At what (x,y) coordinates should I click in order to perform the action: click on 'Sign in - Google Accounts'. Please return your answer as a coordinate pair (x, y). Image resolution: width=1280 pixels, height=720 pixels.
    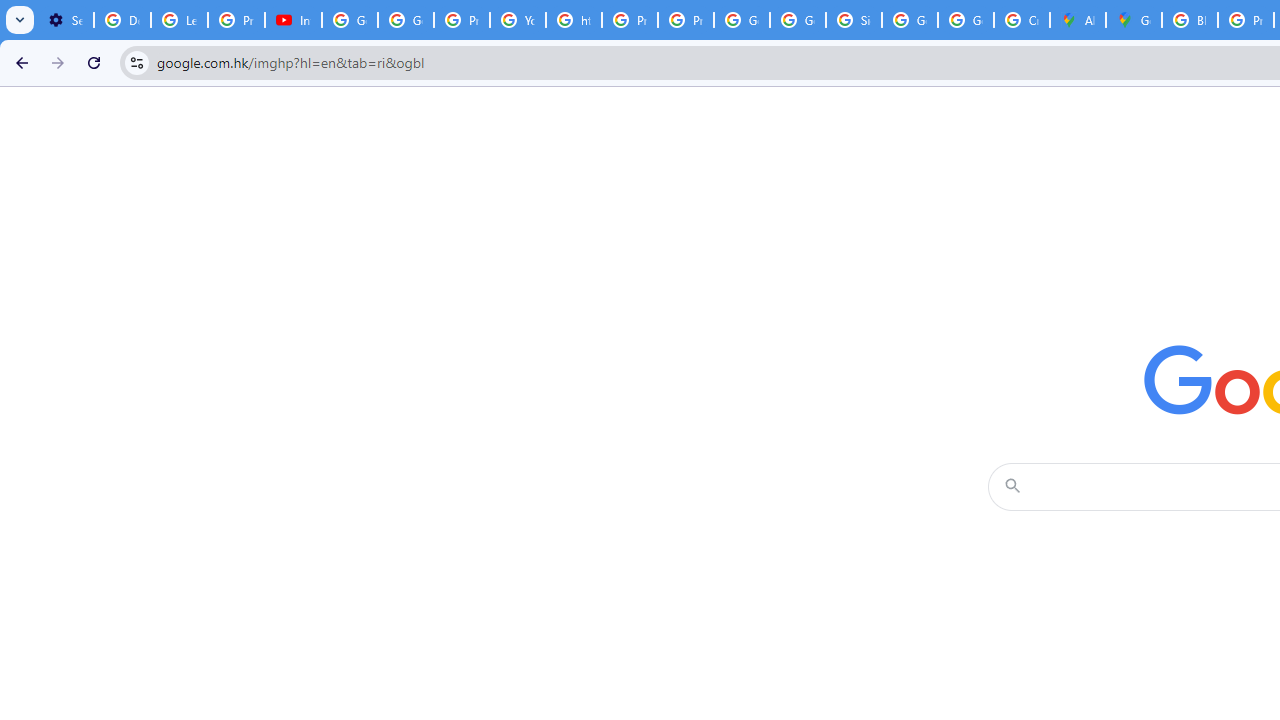
    Looking at the image, I should click on (853, 20).